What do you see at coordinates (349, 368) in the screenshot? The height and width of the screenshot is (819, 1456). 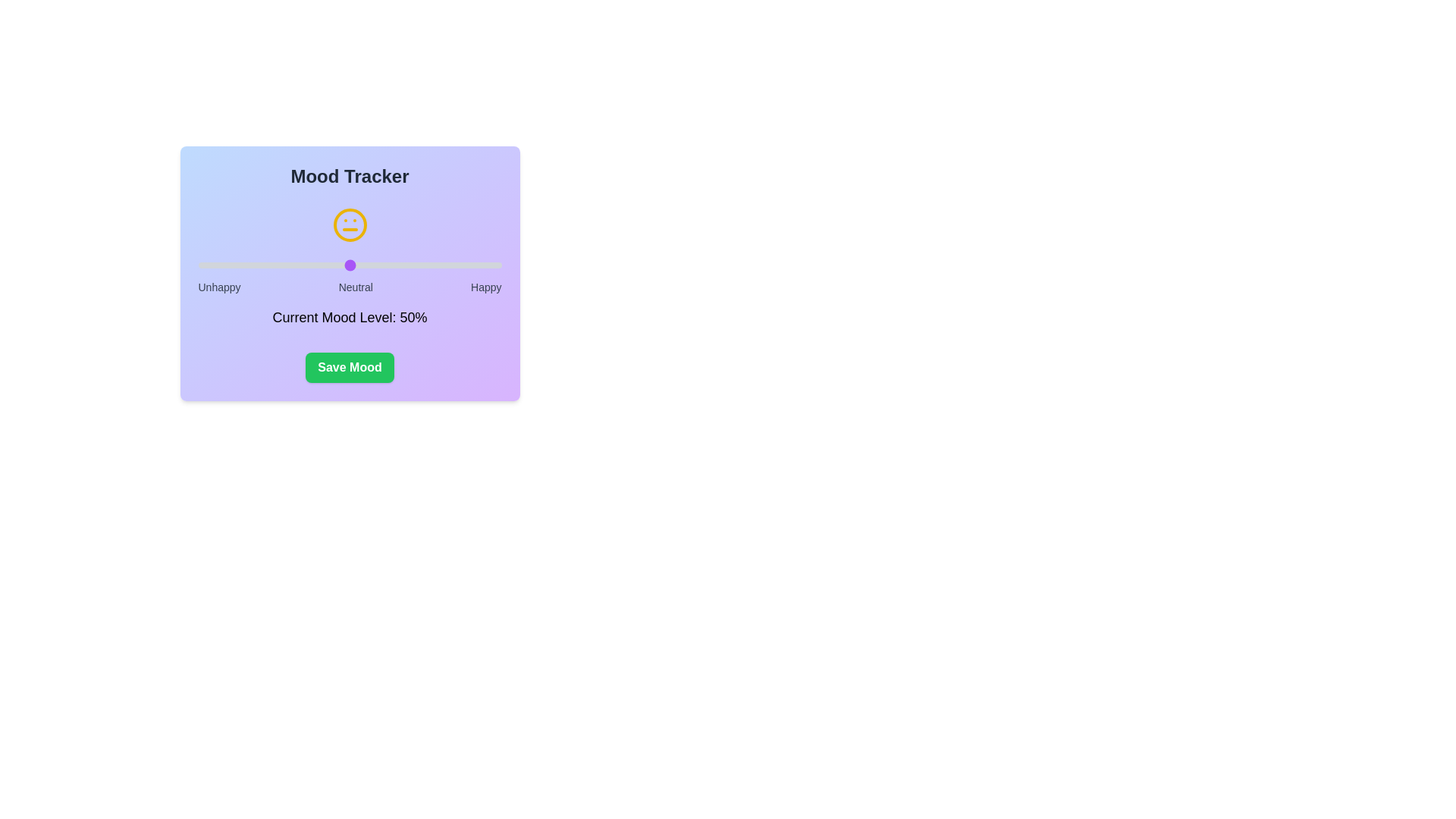 I see `'Save Mood' button to save the current mood level` at bounding box center [349, 368].